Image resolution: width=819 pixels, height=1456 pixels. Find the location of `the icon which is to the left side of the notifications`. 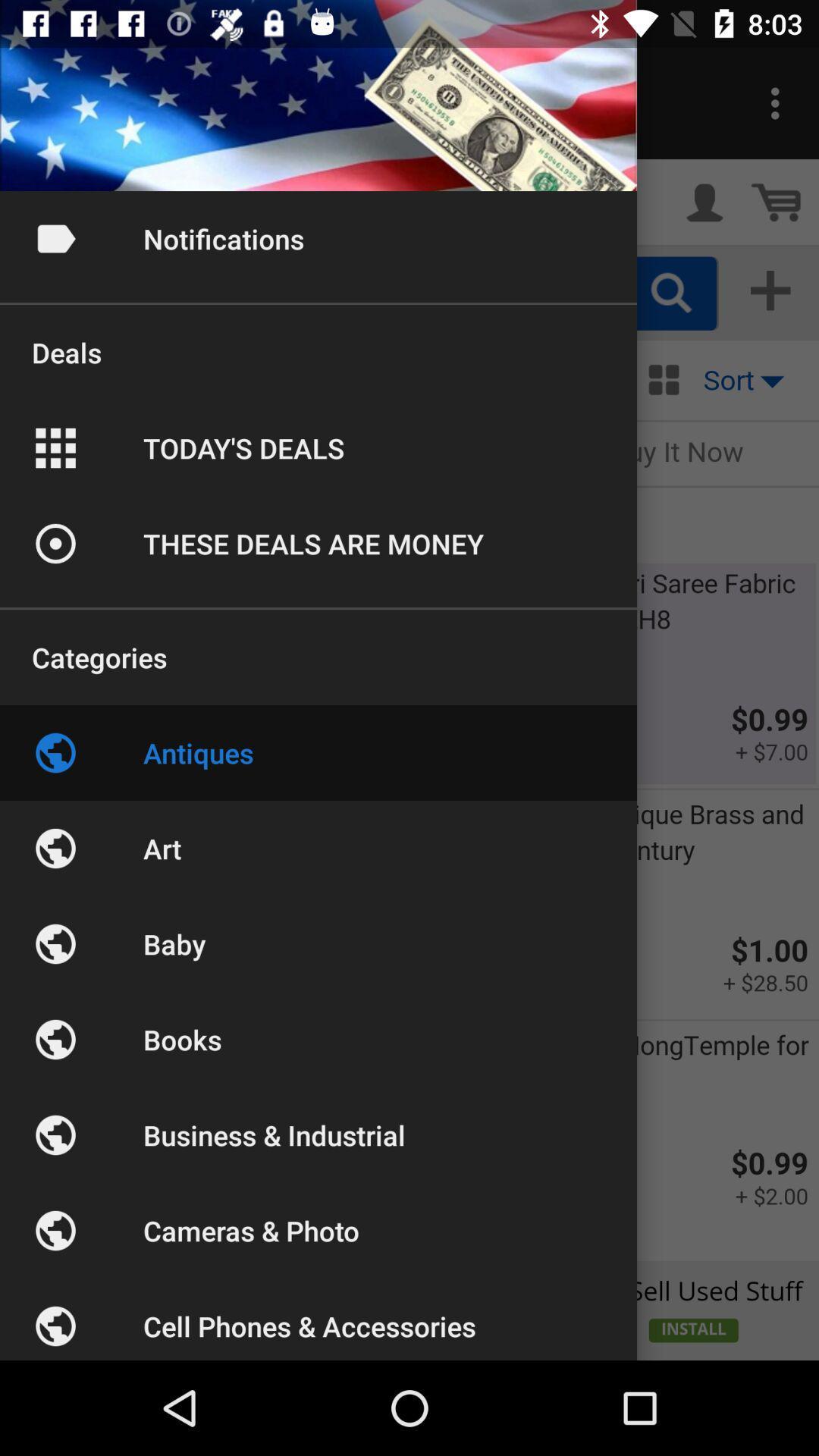

the icon which is to the left side of the notifications is located at coordinates (55, 238).